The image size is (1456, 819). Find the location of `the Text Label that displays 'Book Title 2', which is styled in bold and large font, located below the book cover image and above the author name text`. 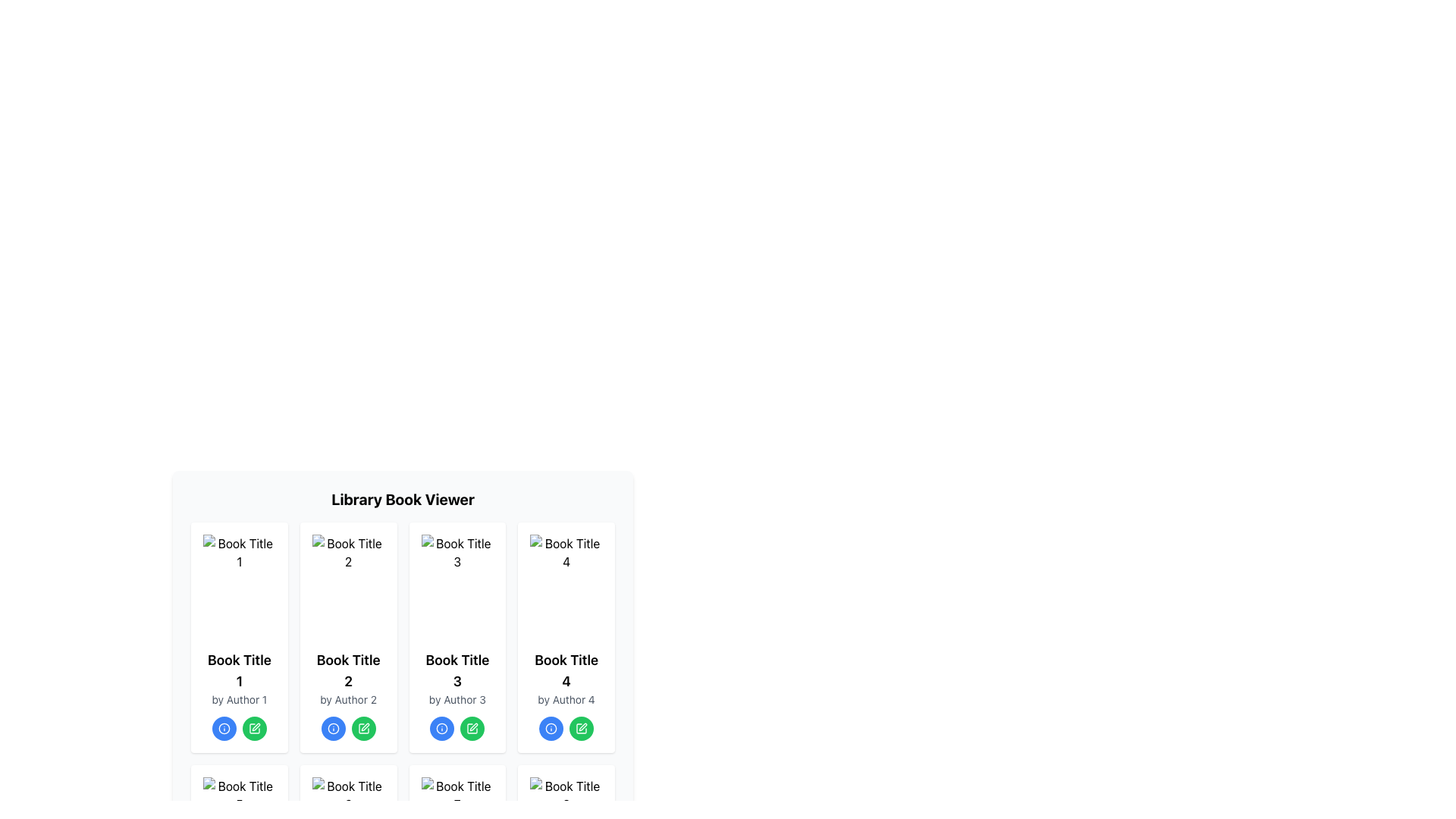

the Text Label that displays 'Book Title 2', which is styled in bold and large font, located below the book cover image and above the author name text is located at coordinates (347, 670).